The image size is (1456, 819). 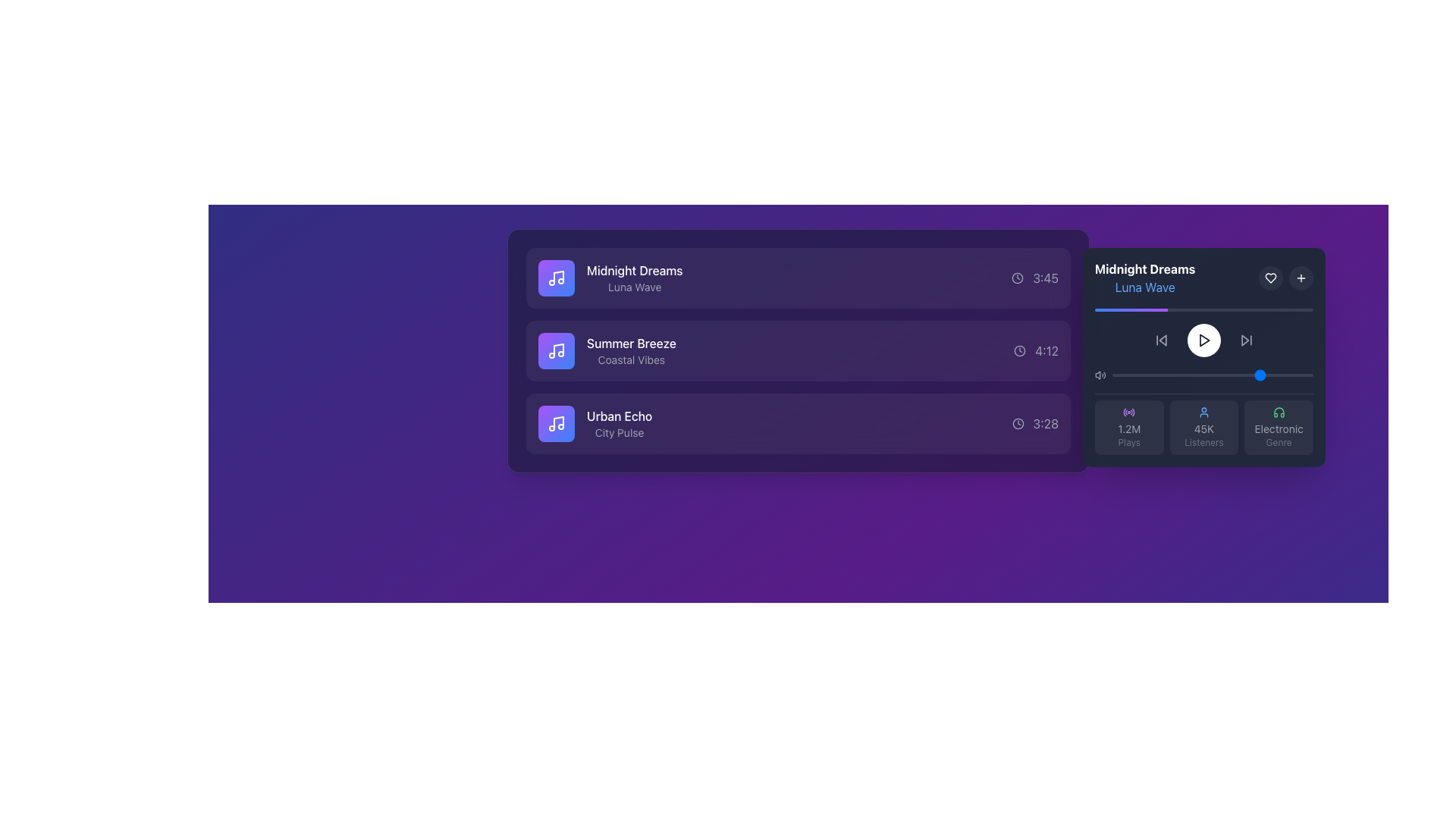 What do you see at coordinates (635, 278) in the screenshot?
I see `the text label pair displaying 'Midnight Dreams' and 'Luna Wave' in the left panel of the song list, which is on a purple background` at bounding box center [635, 278].